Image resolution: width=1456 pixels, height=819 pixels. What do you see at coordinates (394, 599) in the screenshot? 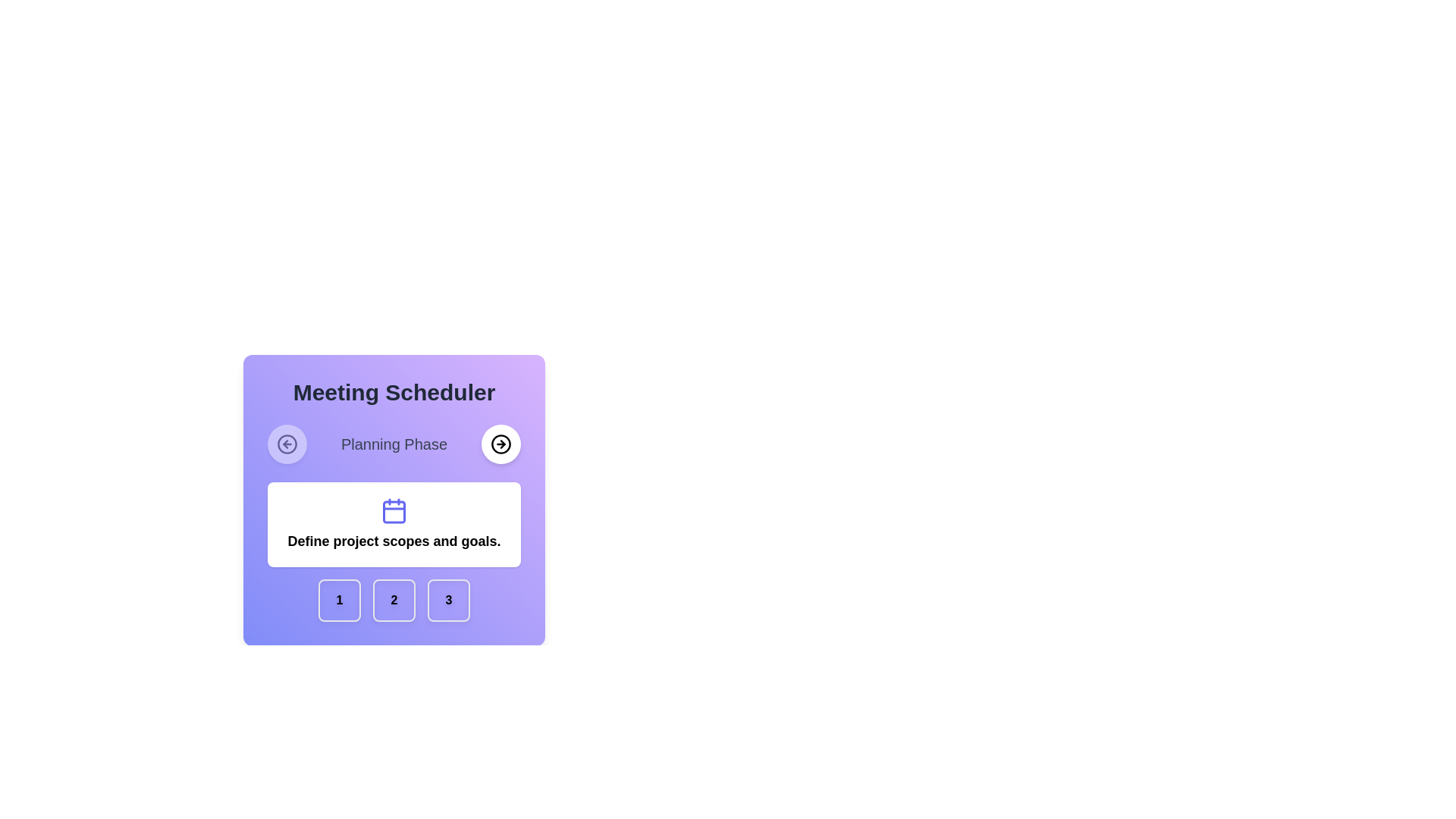
I see `the button-like UI element with a purple background and the numeral '2' in the center, which is the second button in a sequence of three aligned horizontally beneath the text 'Define project scopes and goals.'` at bounding box center [394, 599].